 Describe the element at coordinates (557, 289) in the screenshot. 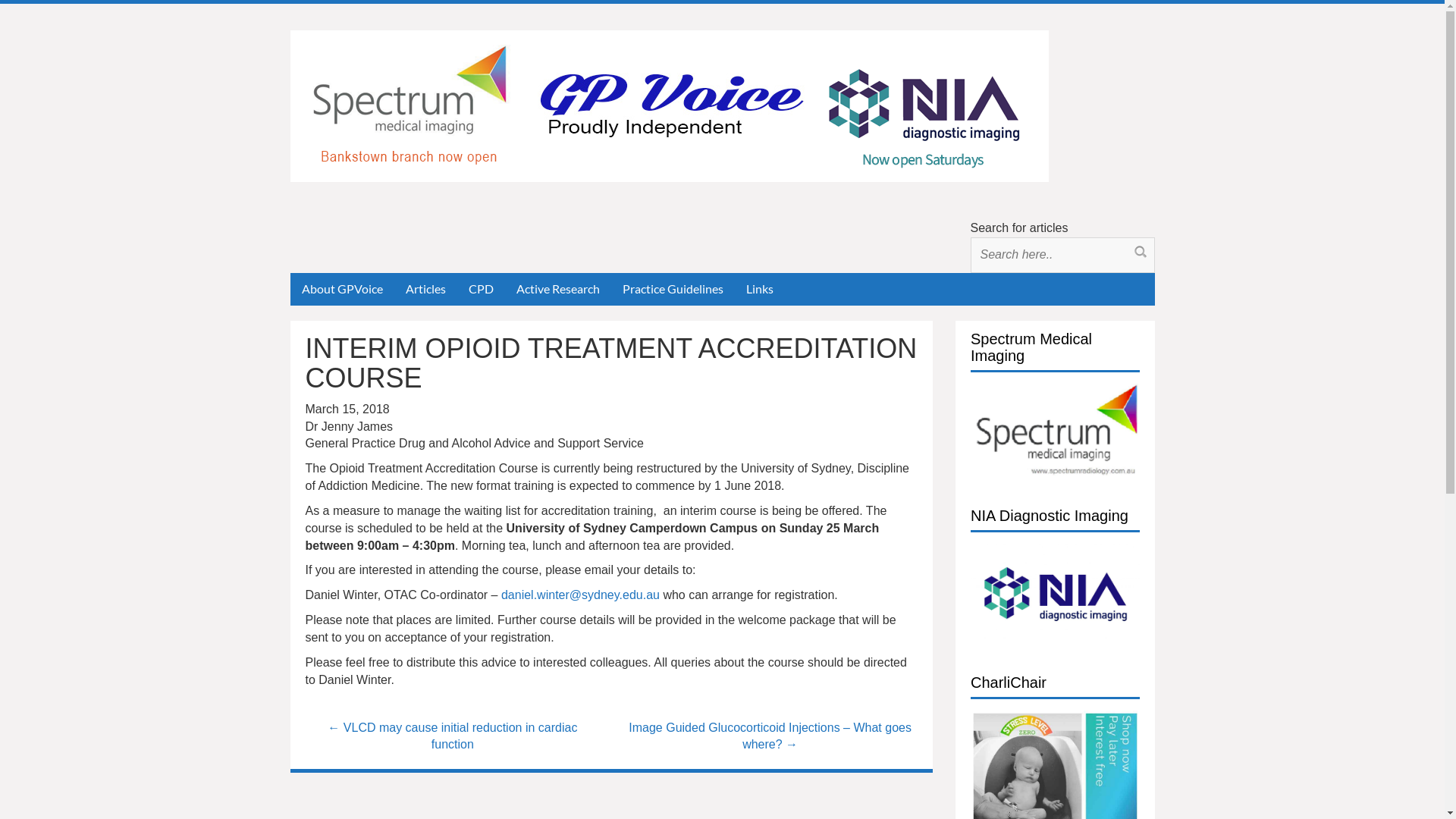

I see `'Active Research'` at that location.